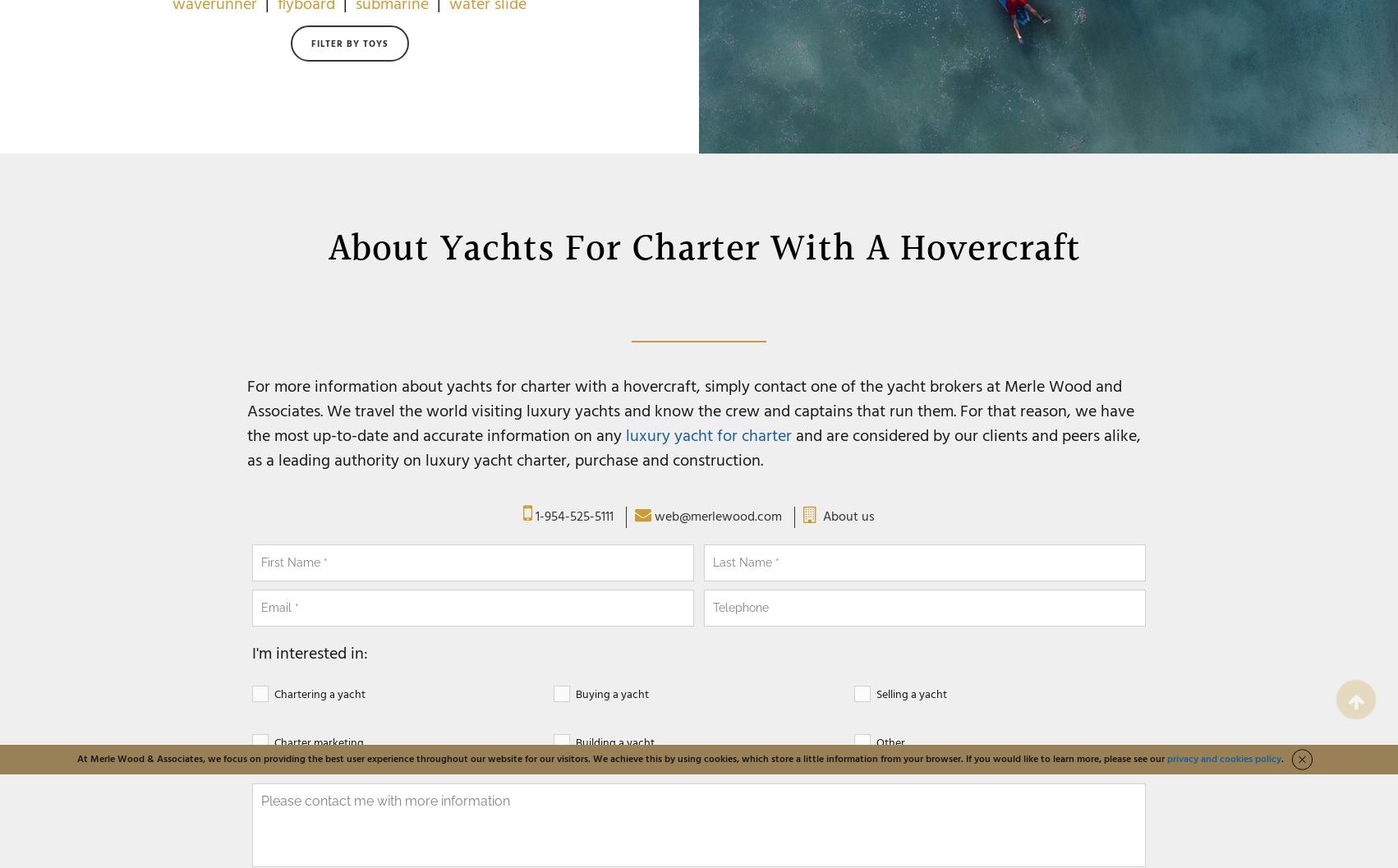 The width and height of the screenshot is (1398, 868). What do you see at coordinates (76, 759) in the screenshot?
I see `'At Merle Wood & Associates, we focus on providing the best user experience throughout our website for our visitors. We achieve this by using cookies, which store a little information from your browser. If you would like to learn more, please see our'` at bounding box center [76, 759].